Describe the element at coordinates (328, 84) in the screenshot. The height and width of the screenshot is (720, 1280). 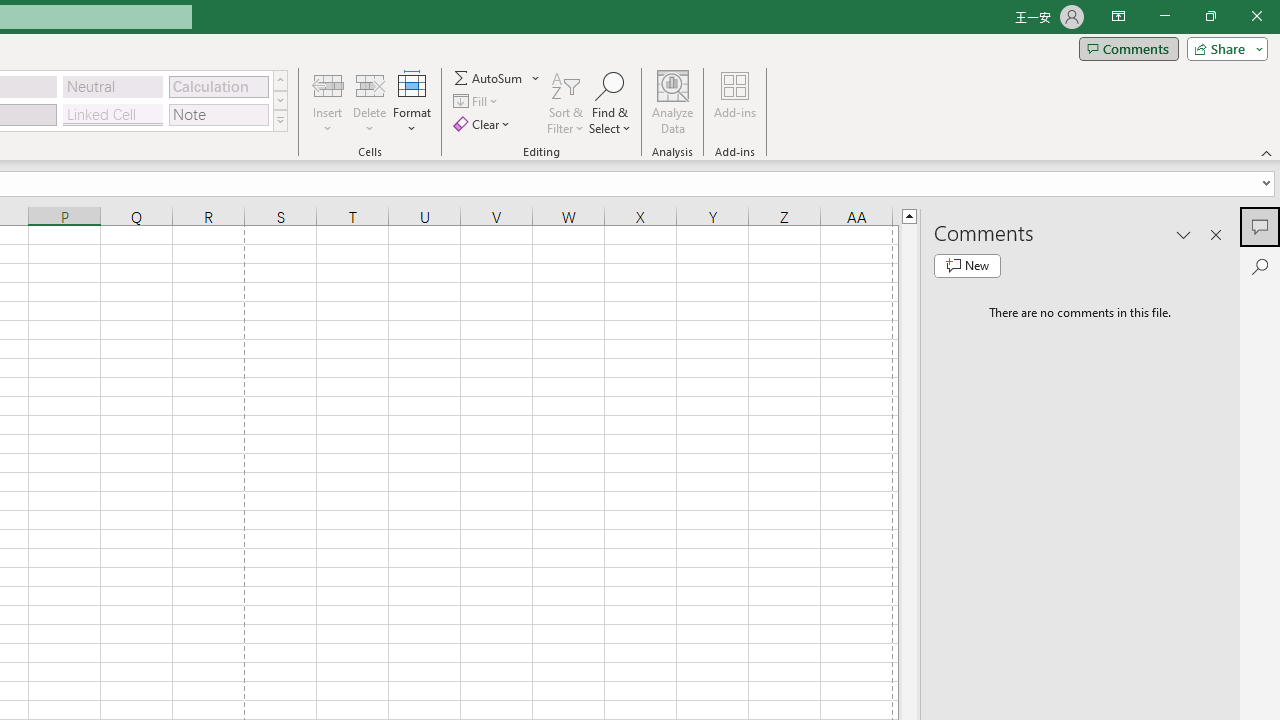
I see `'Insert Cells'` at that location.